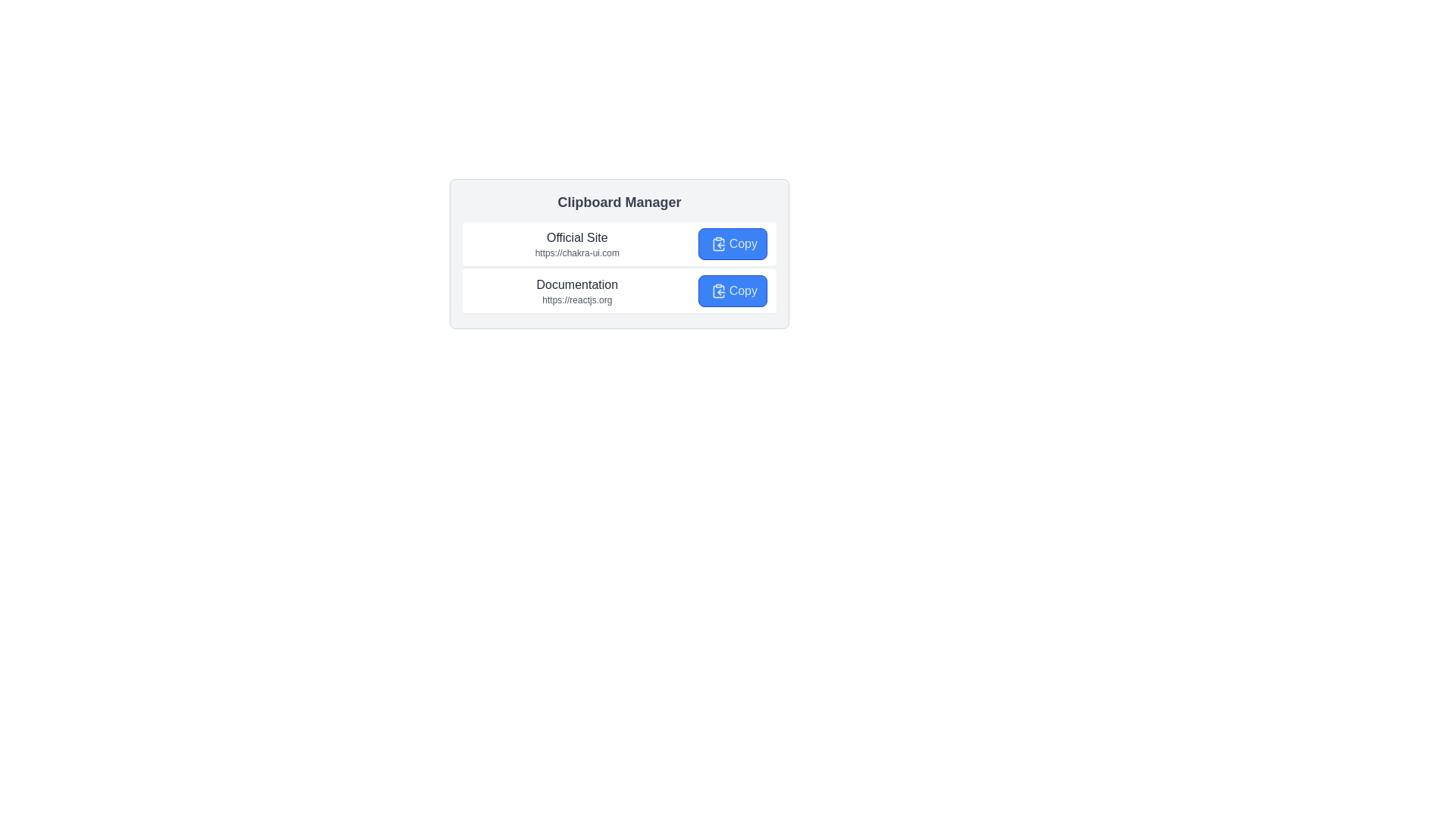 The height and width of the screenshot is (819, 1456). What do you see at coordinates (576, 291) in the screenshot?
I see `the 'Documentation' informational text block, which contains the URL 'https://reactjs.org'` at bounding box center [576, 291].